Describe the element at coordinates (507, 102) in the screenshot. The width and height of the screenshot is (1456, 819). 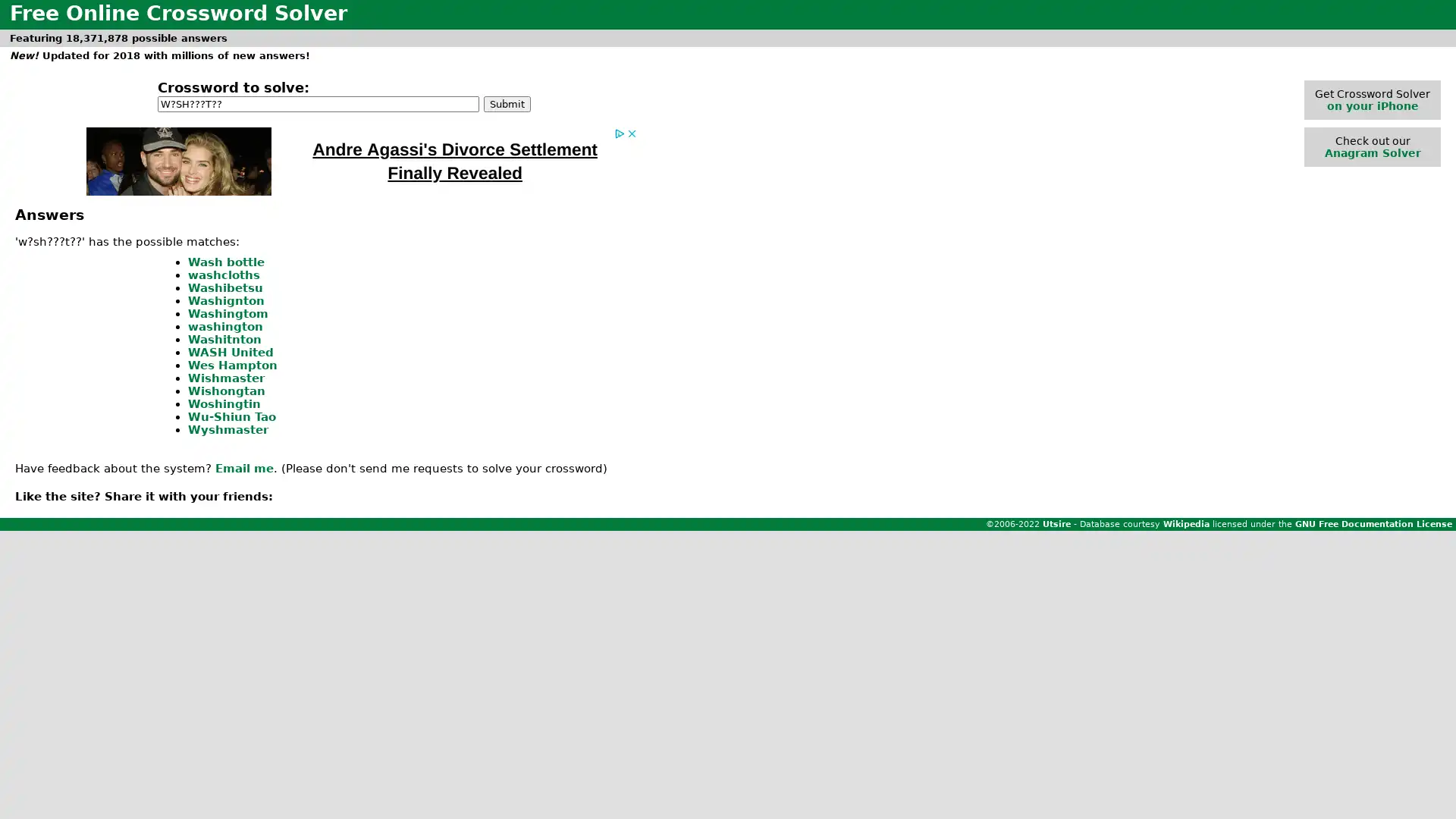
I see `Submit` at that location.